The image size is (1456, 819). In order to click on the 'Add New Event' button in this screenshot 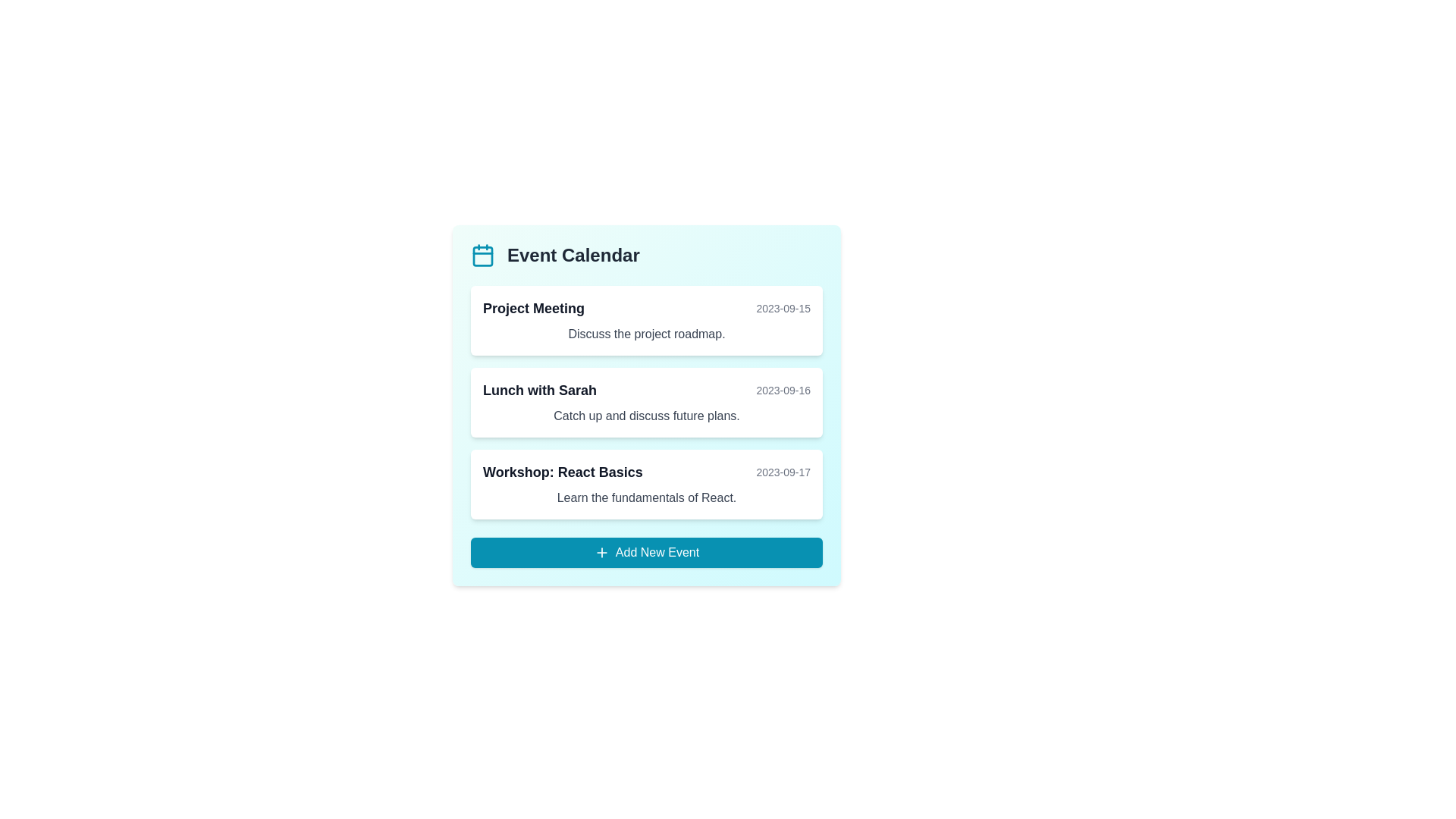, I will do `click(647, 553)`.